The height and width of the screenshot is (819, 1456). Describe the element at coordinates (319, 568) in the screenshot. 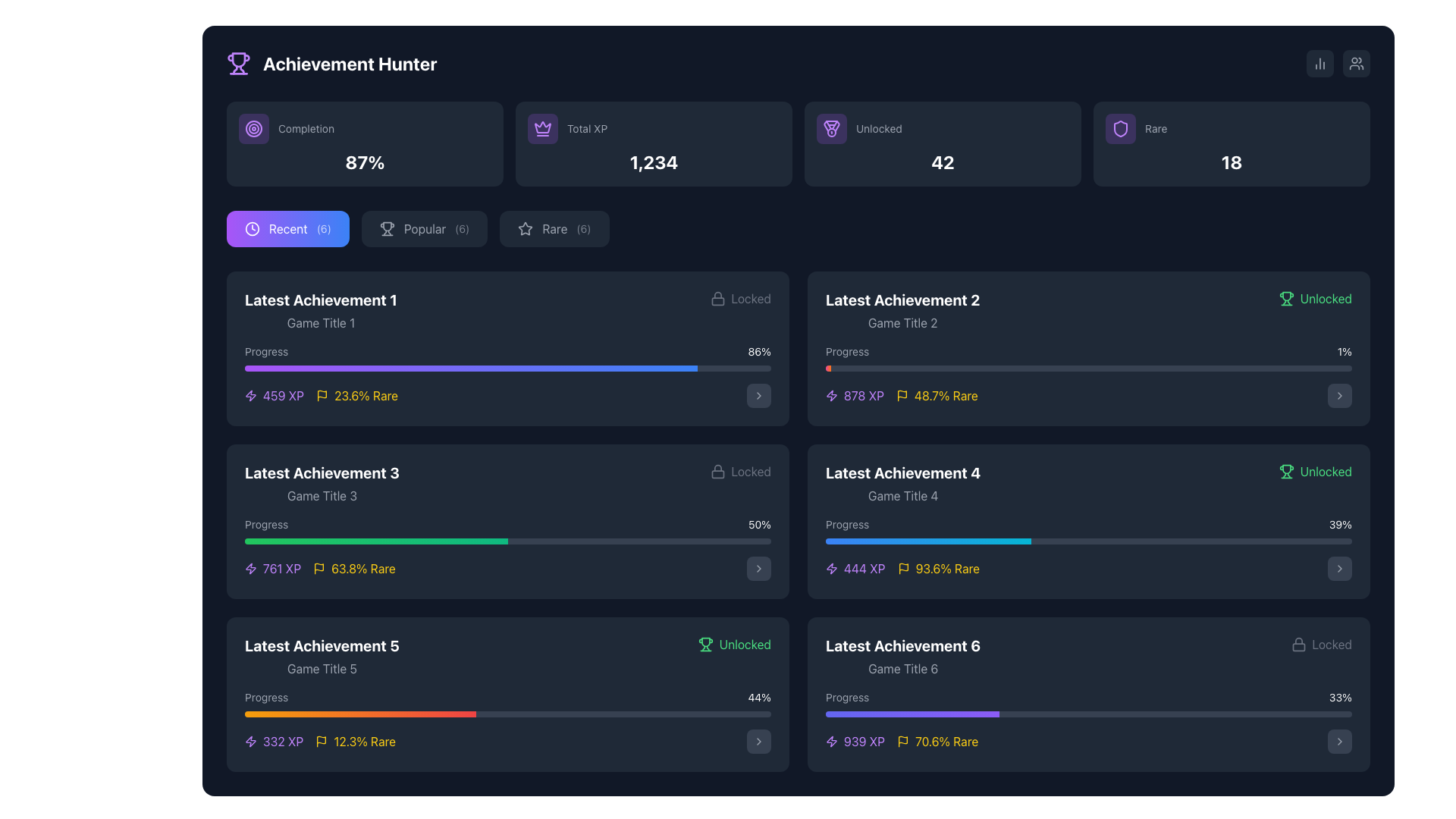

I see `the informational text indicating achievement details, which displays '761 XP' and '63.8% Rare', located in the third achievement information box in the middle column, just below the progress bar for 'Latest Achievement 3'` at that location.